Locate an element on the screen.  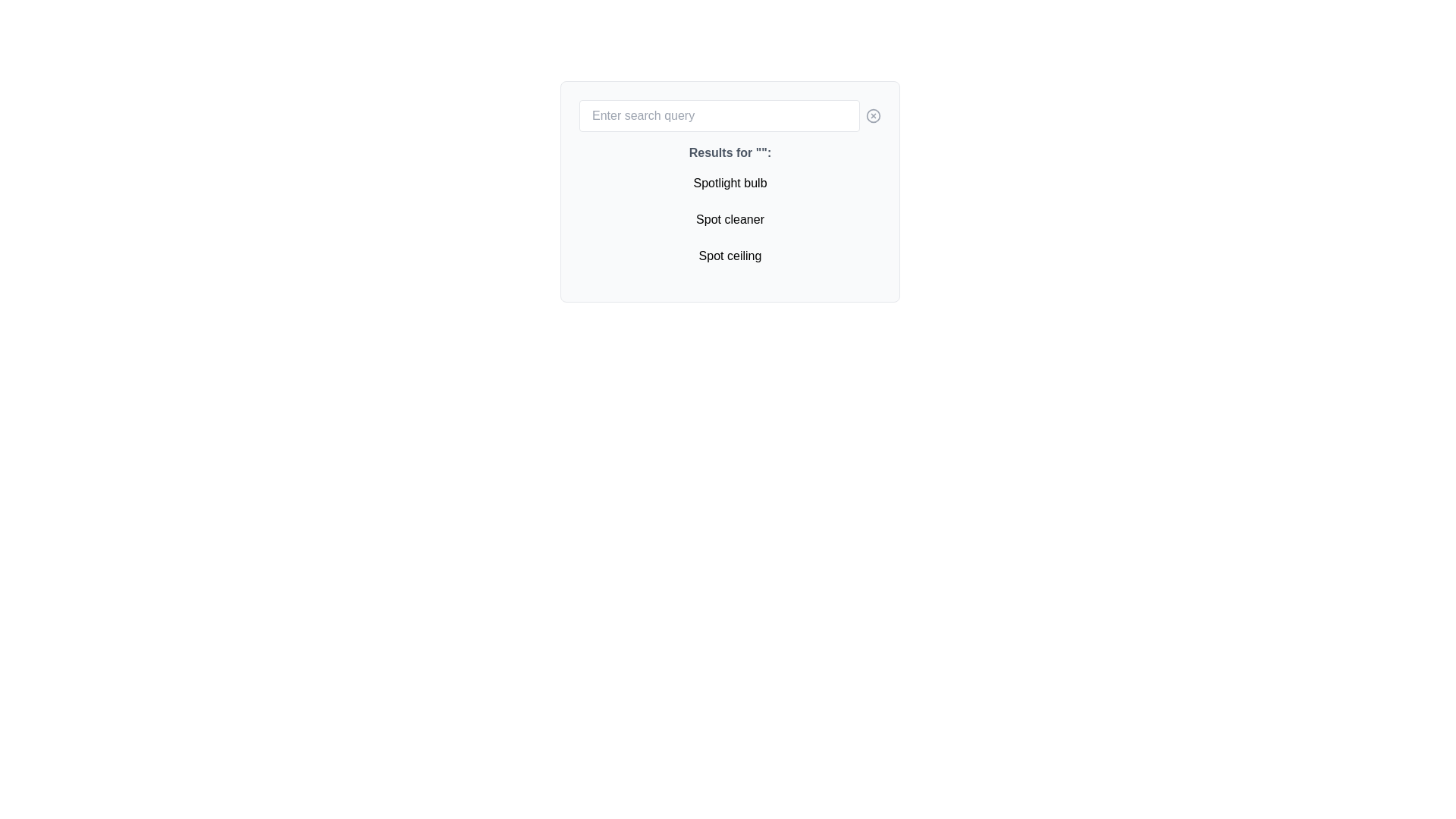
the word 'Spot ceiling' by clicking on the first character of the text element located at the bottom of the results list under 'Results for ""' is located at coordinates (701, 255).